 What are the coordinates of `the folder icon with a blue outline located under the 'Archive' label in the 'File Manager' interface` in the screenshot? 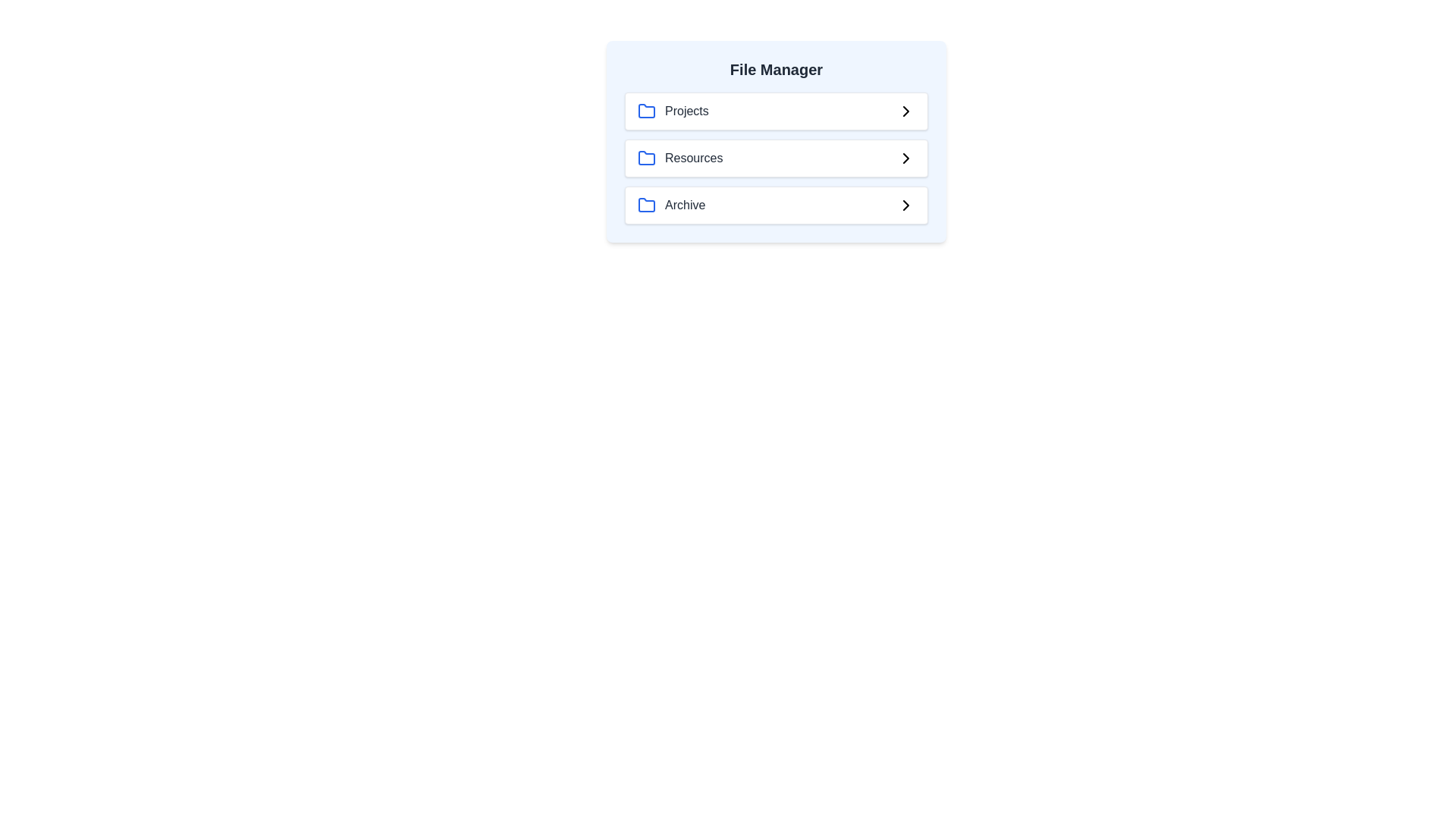 It's located at (647, 205).